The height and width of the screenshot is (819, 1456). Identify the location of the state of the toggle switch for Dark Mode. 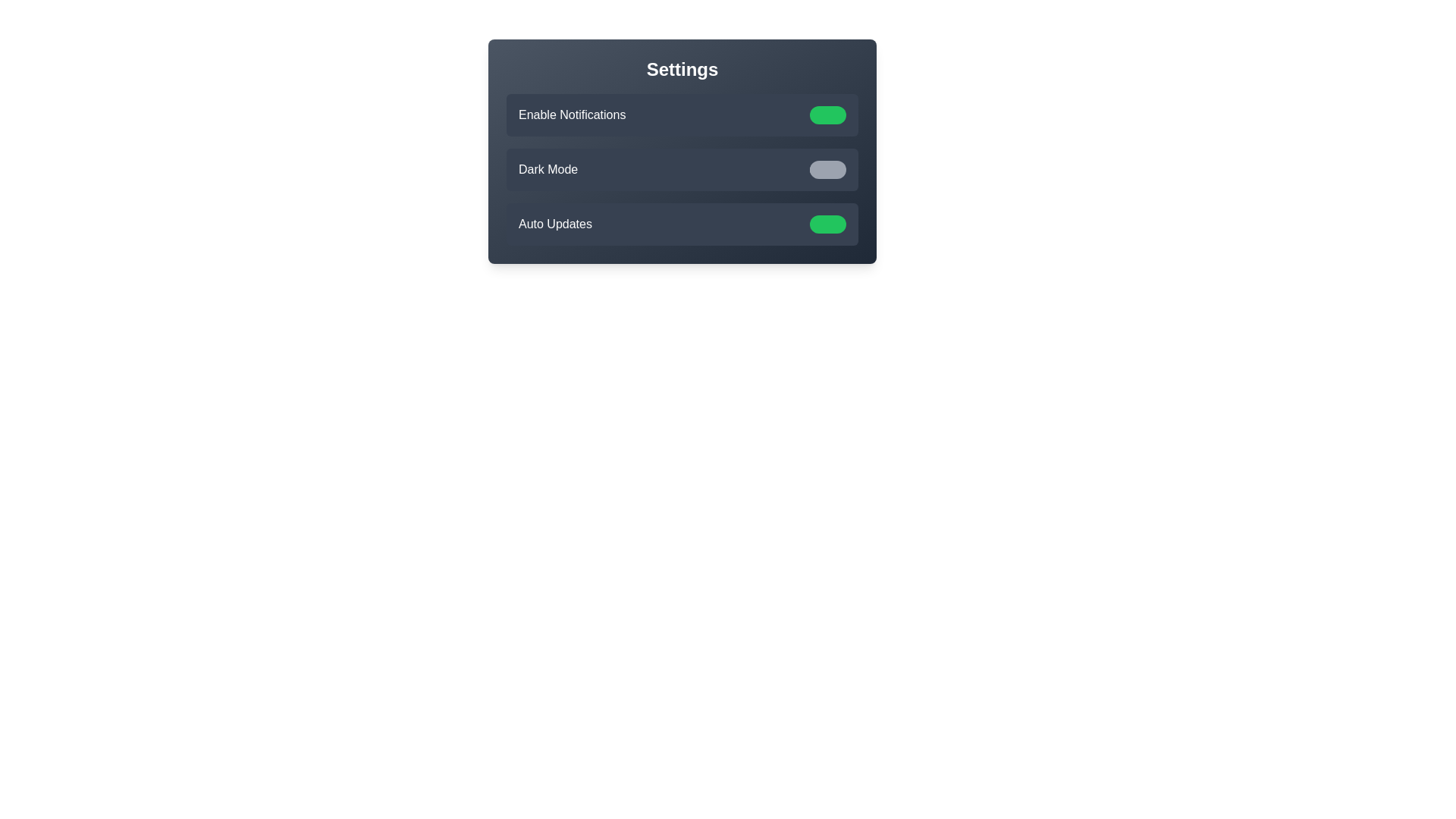
(827, 169).